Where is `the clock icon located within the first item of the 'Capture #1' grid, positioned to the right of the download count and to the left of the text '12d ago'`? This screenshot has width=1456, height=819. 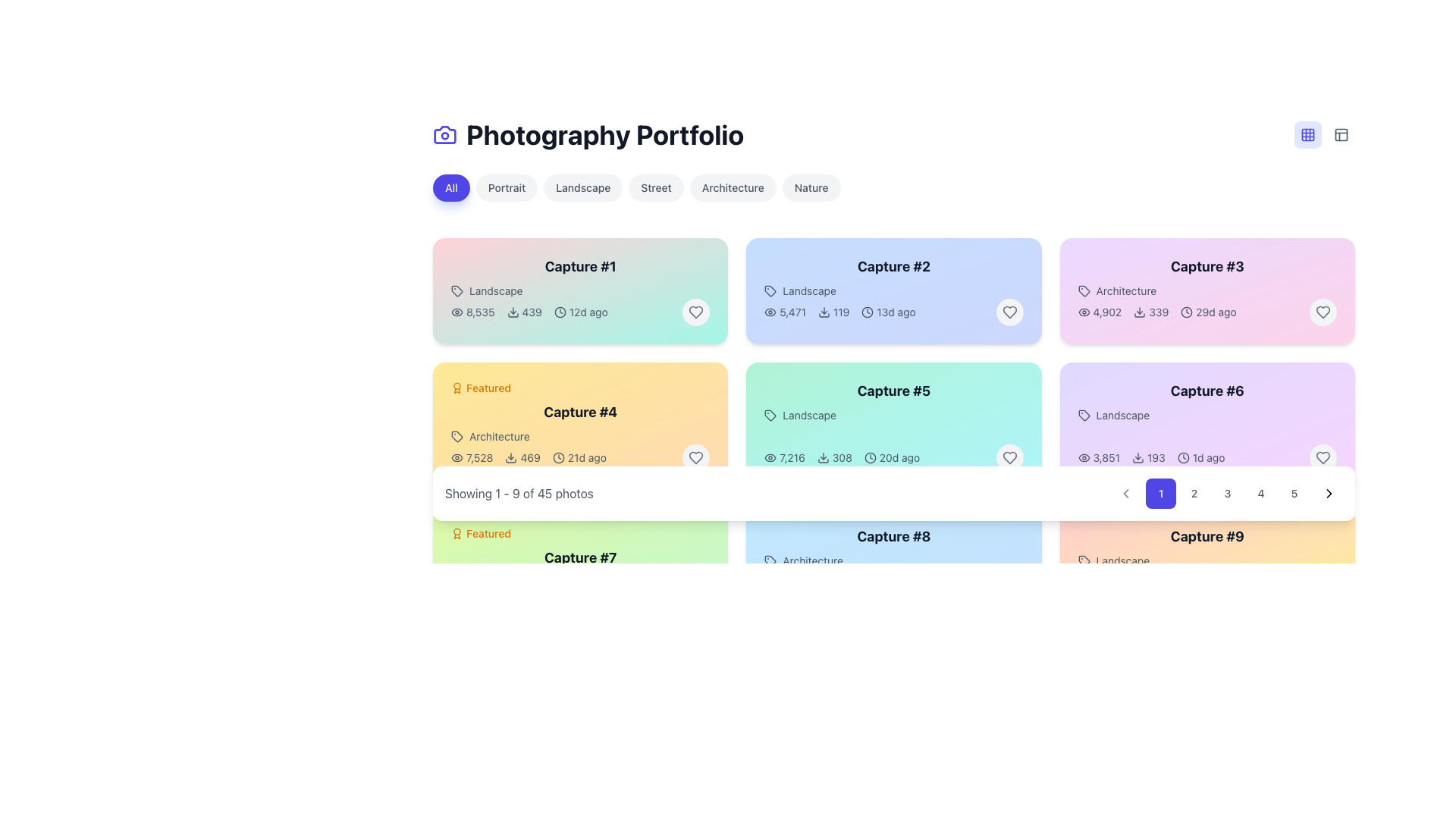 the clock icon located within the first item of the 'Capture #1' grid, positioned to the right of the download count and to the left of the text '12d ago' is located at coordinates (559, 312).